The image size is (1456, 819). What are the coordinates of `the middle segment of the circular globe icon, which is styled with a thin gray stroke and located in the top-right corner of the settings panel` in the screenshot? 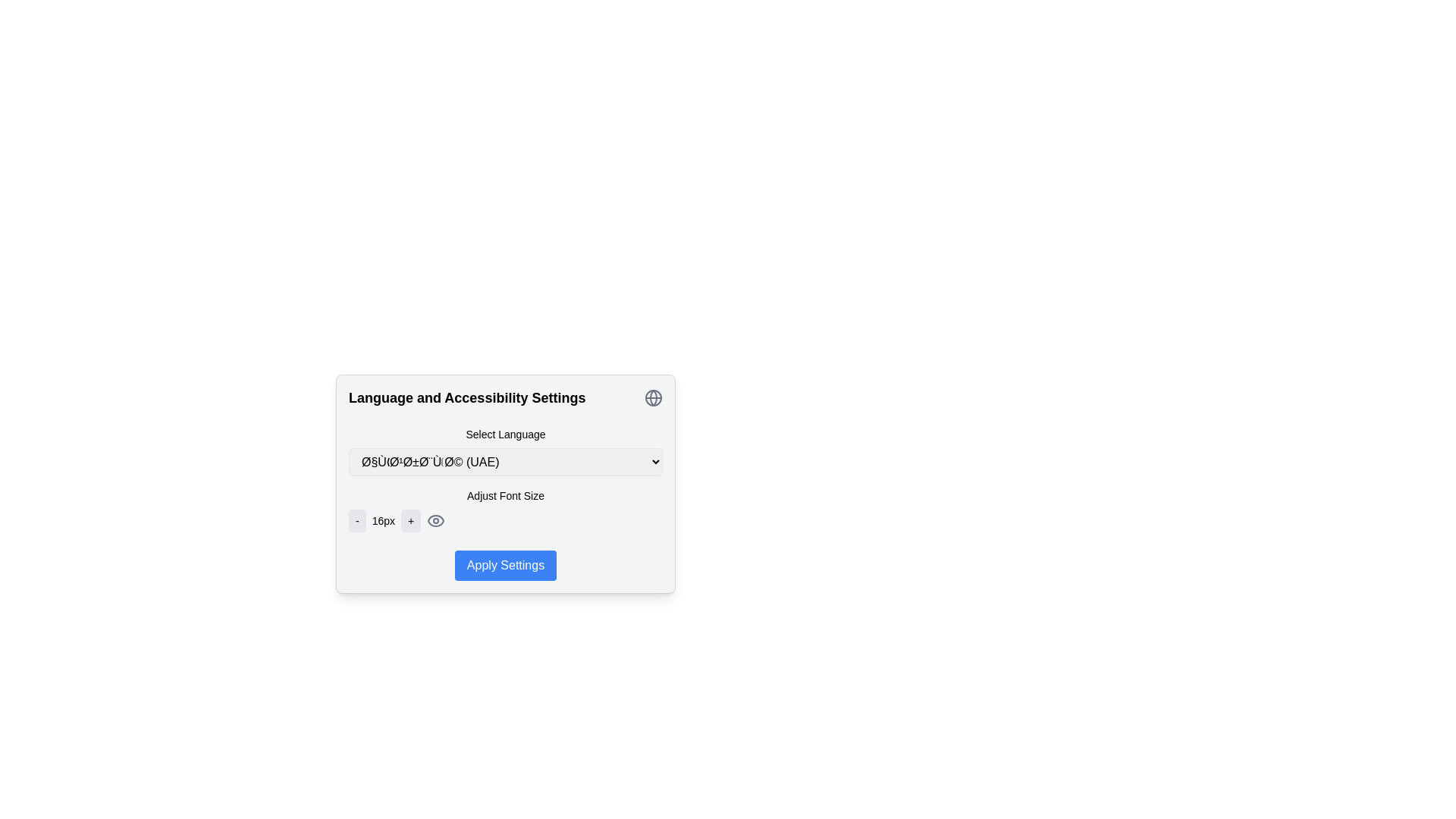 It's located at (654, 397).